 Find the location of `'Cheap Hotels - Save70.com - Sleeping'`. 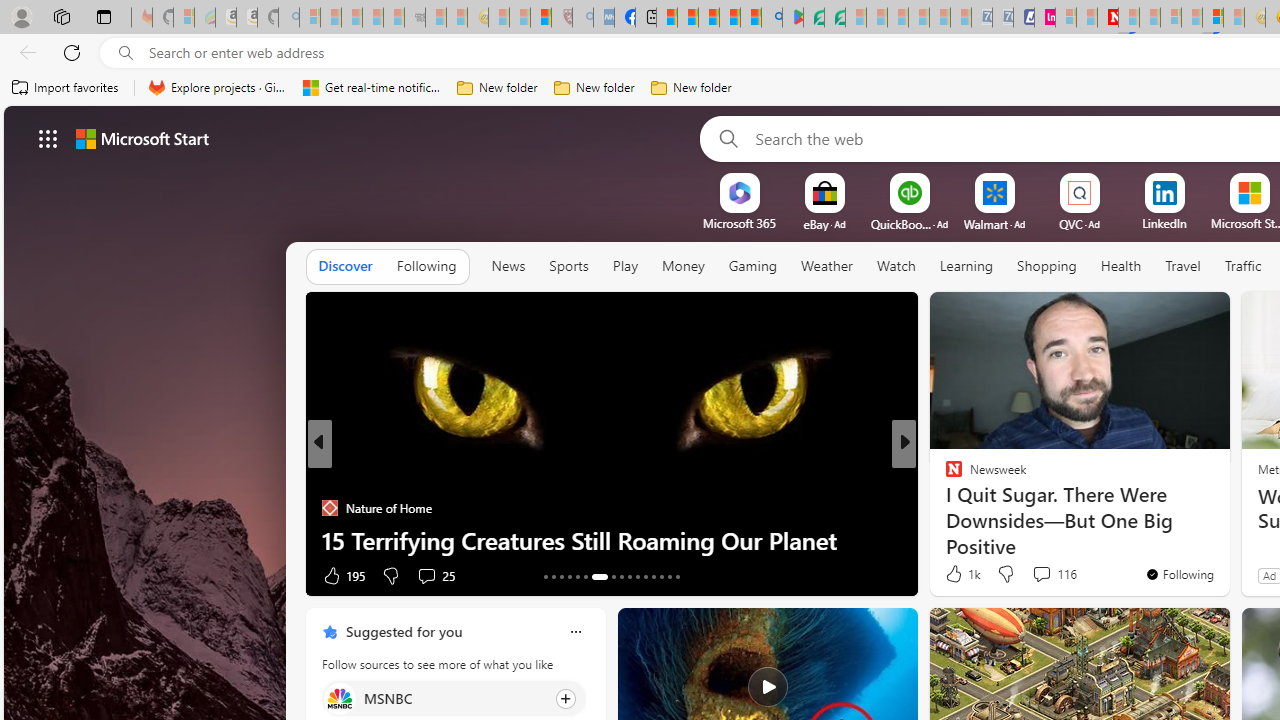

'Cheap Hotels - Save70.com - Sleeping' is located at coordinates (1002, 17).